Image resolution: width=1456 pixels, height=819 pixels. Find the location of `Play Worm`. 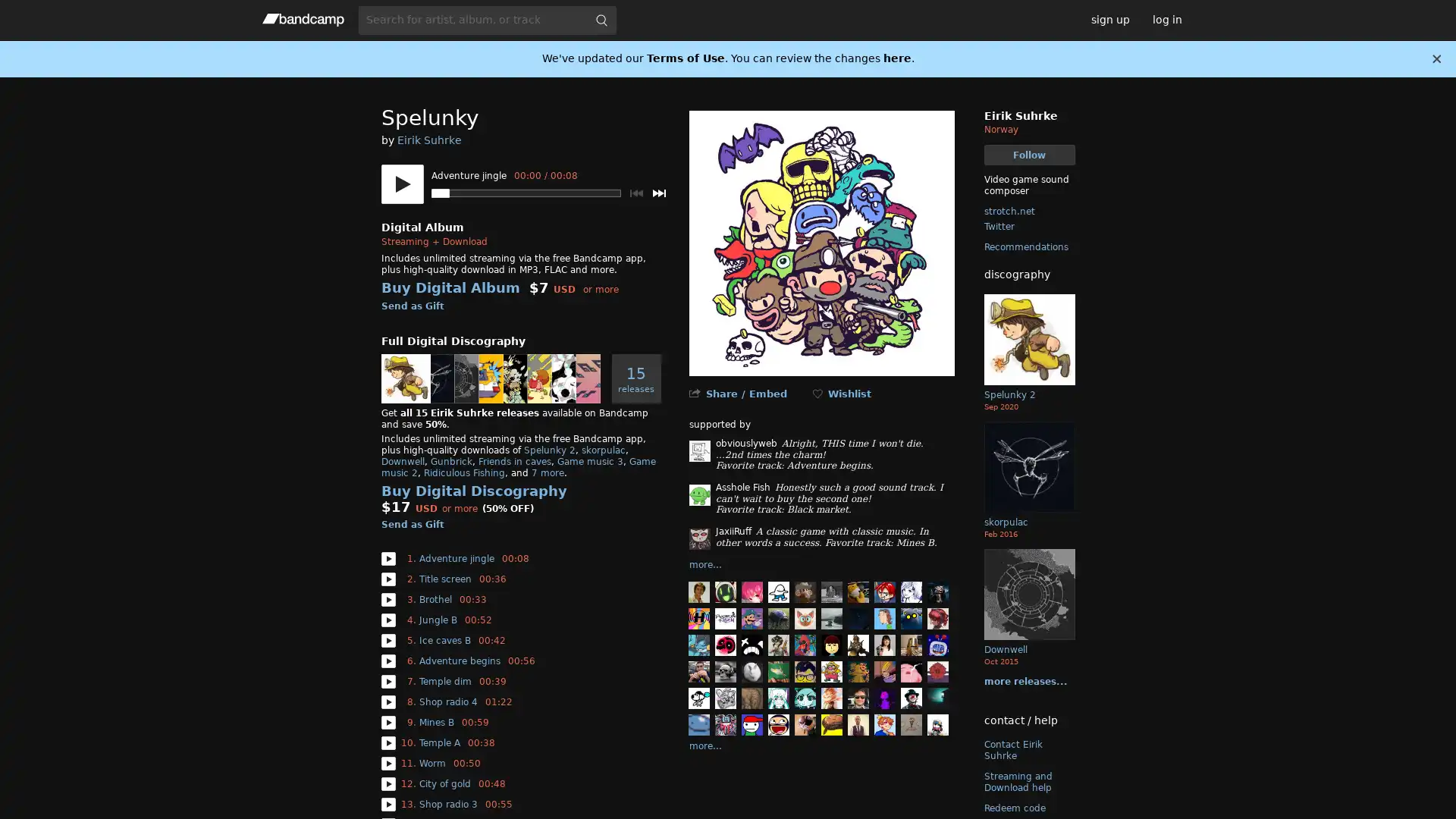

Play Worm is located at coordinates (388, 763).